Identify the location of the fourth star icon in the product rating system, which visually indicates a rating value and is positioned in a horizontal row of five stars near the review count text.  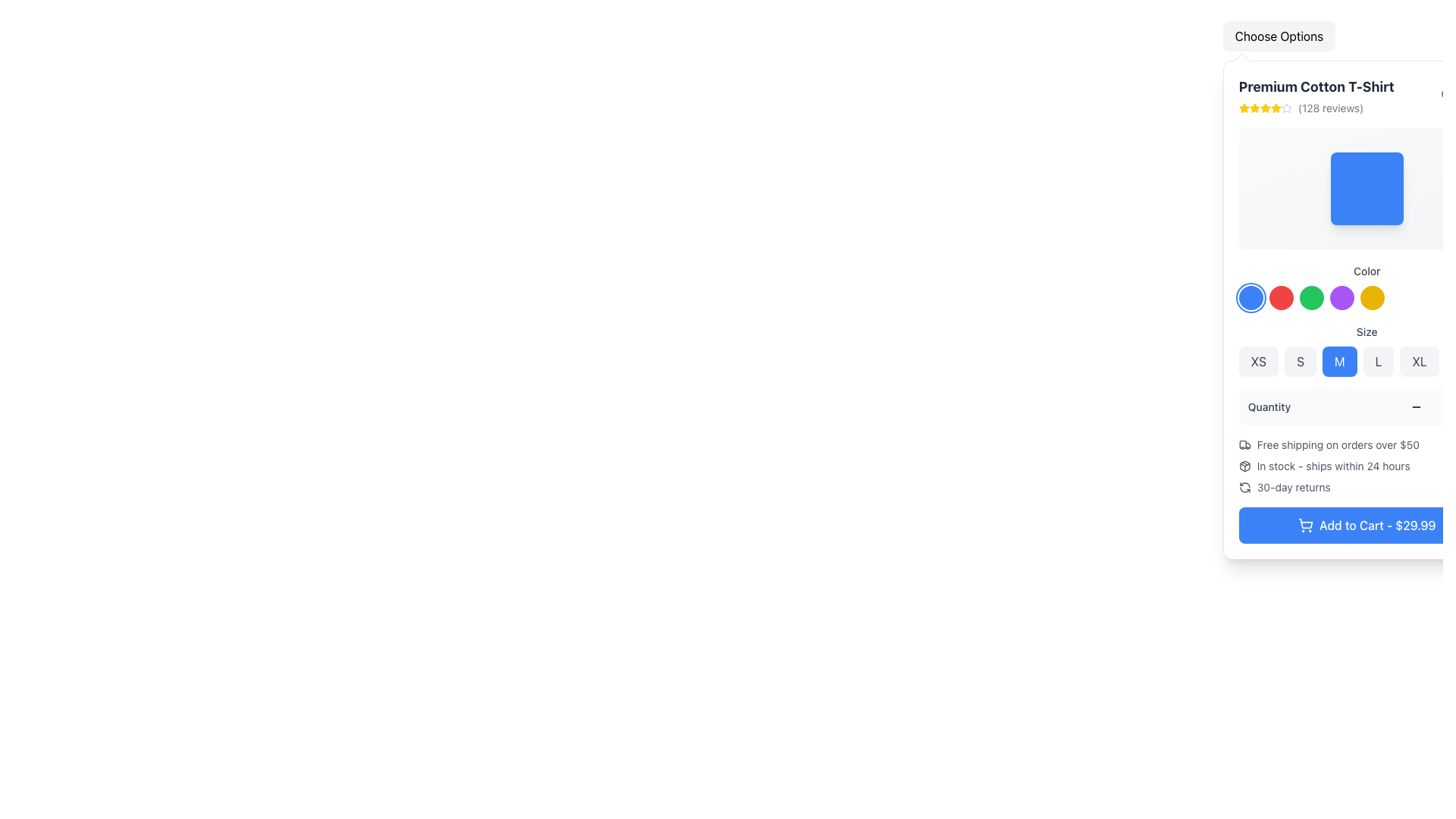
(1265, 107).